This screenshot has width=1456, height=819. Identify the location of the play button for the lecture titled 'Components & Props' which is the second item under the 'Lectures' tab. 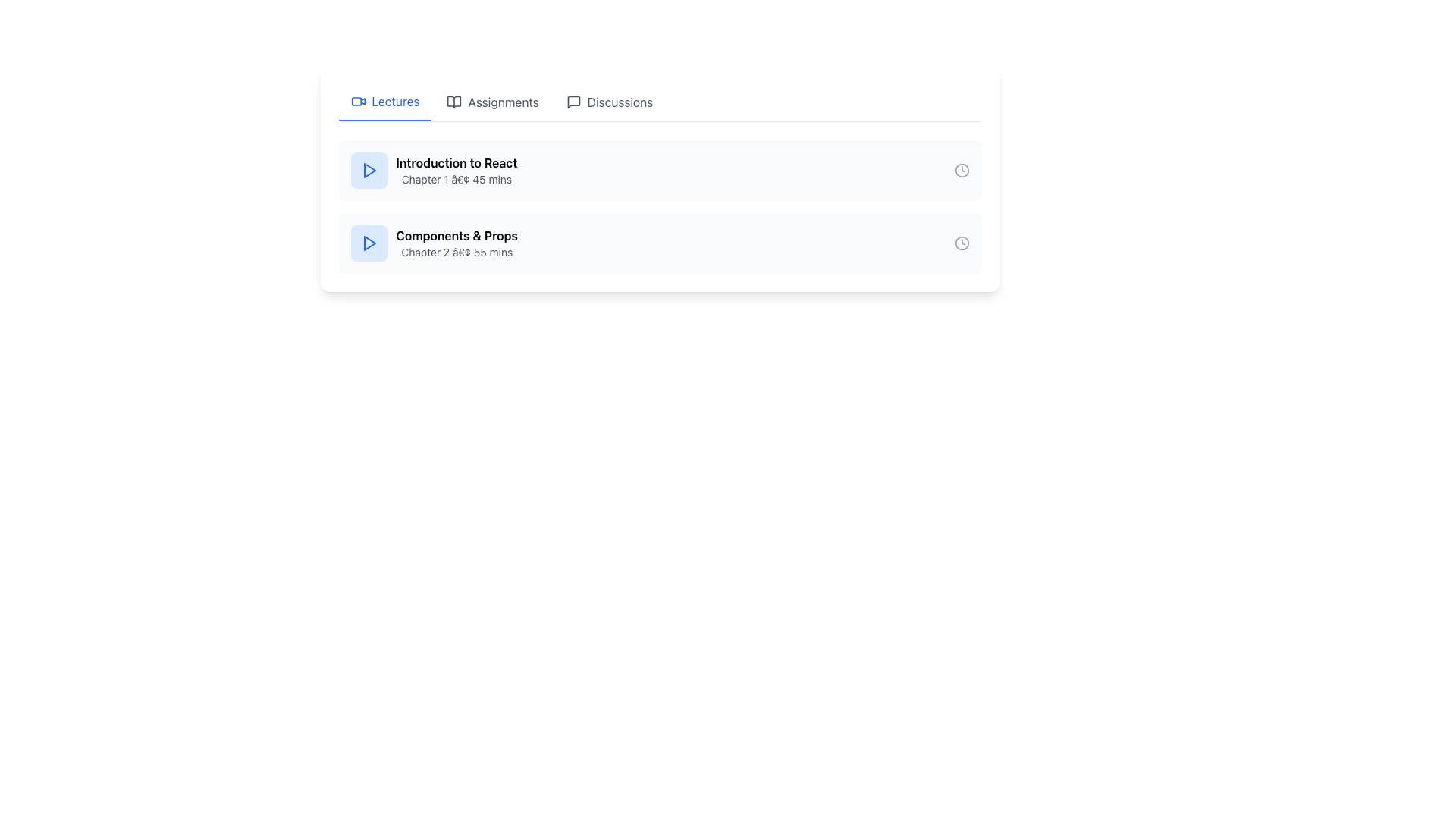
(433, 242).